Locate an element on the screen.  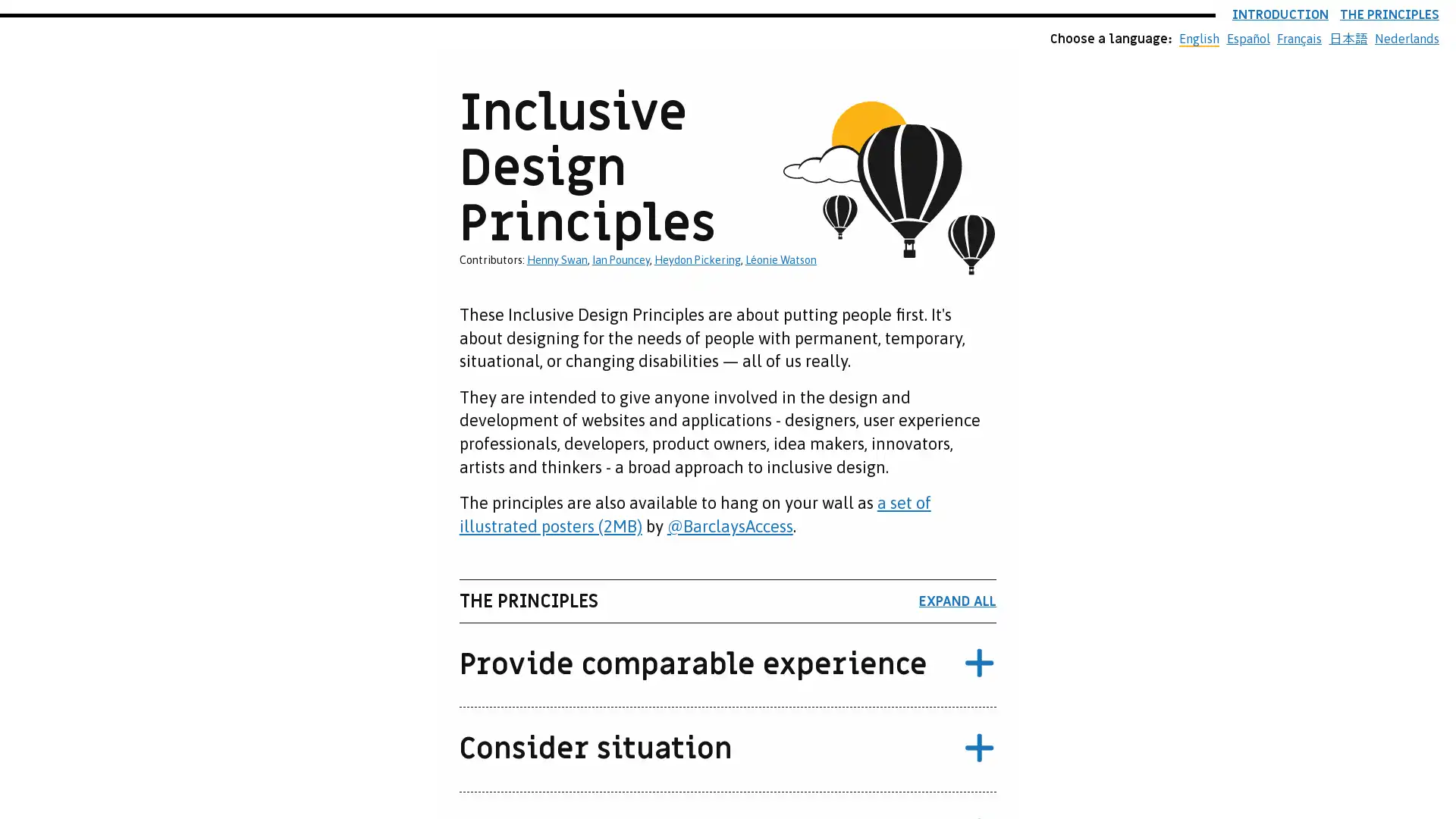
open section is located at coordinates (979, 748).